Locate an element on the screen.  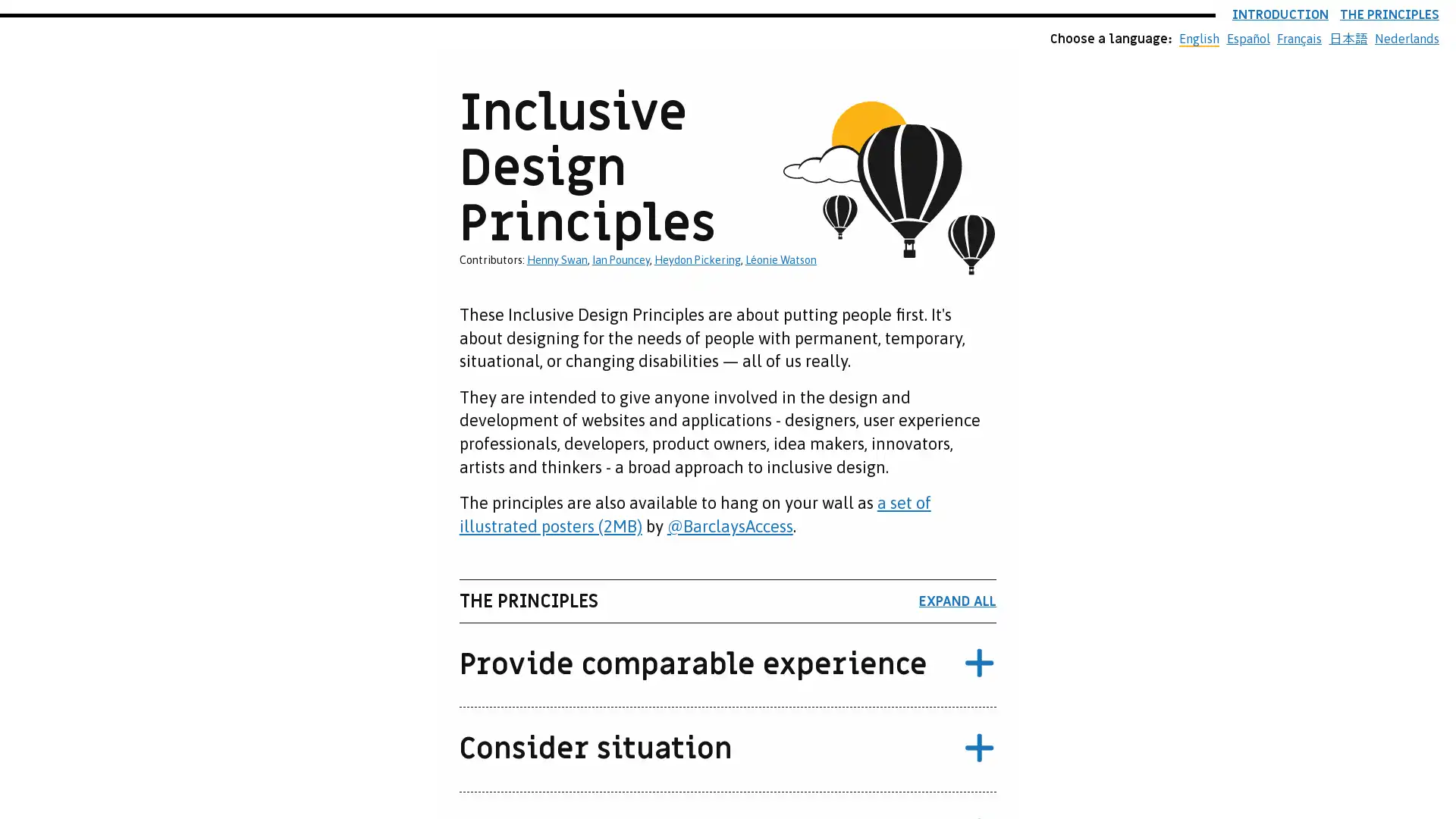
open section is located at coordinates (979, 748).